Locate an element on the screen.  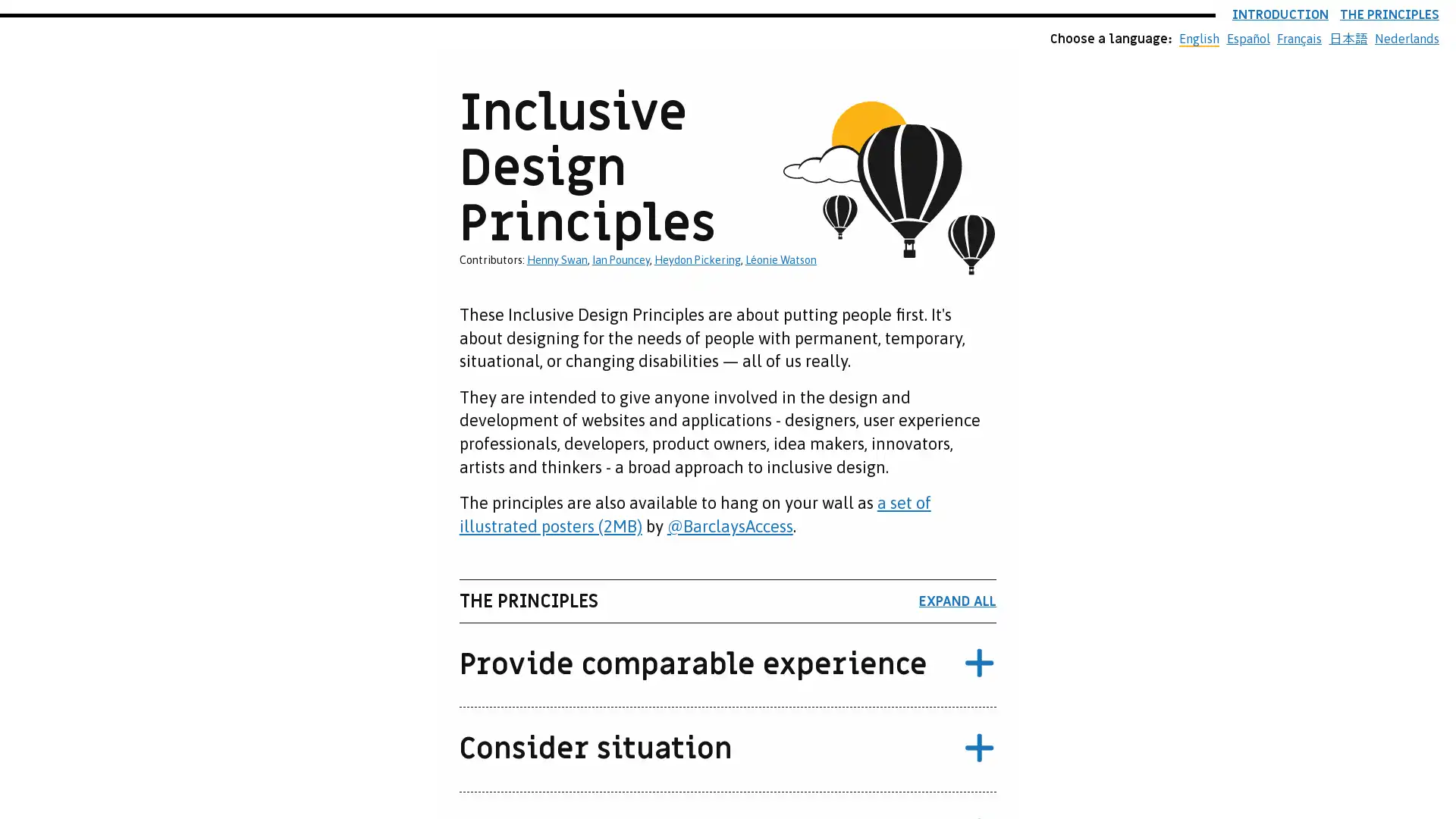
open section is located at coordinates (979, 748).